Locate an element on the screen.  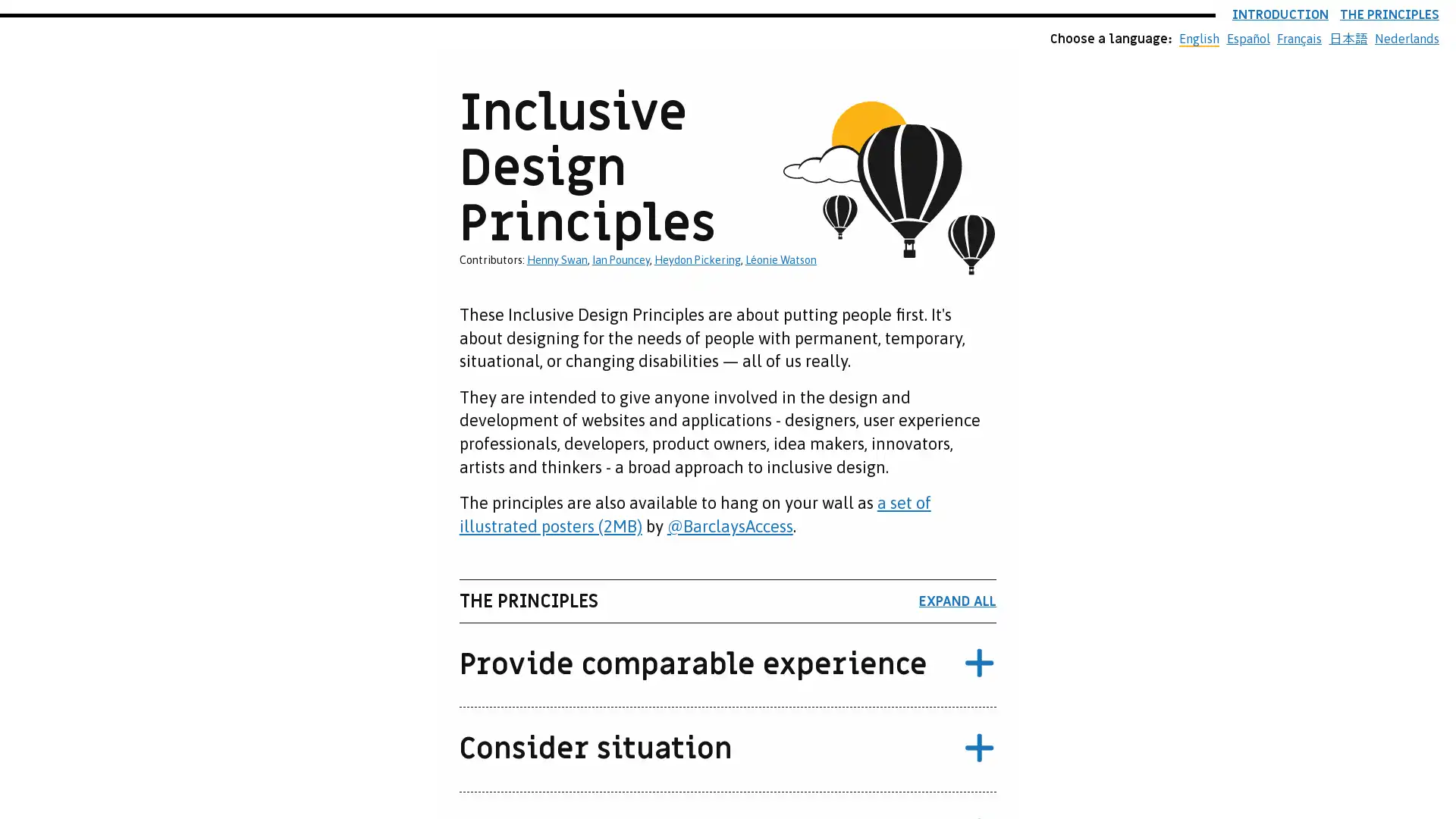
open section is located at coordinates (979, 748).